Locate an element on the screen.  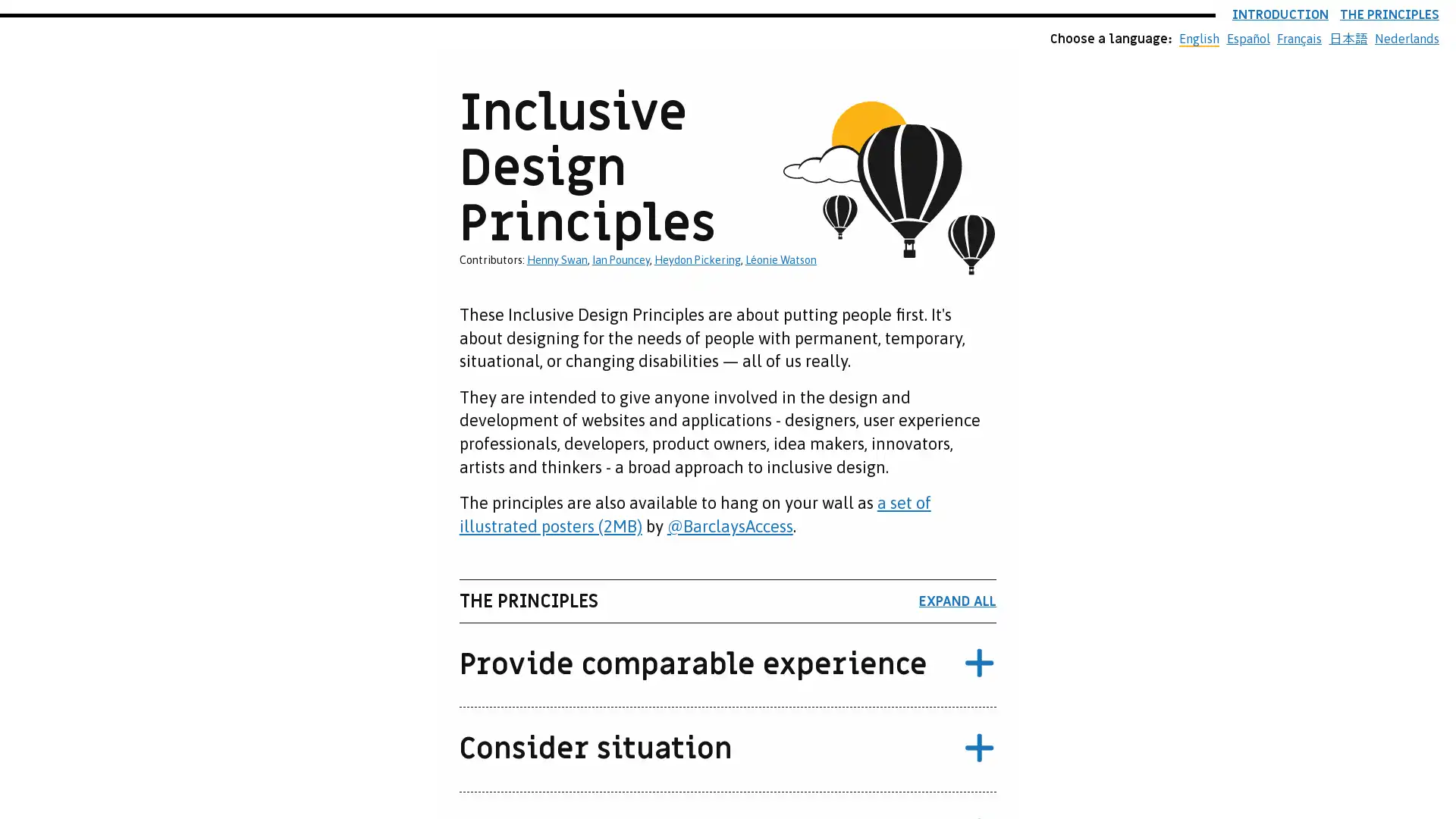
open section is located at coordinates (979, 748).